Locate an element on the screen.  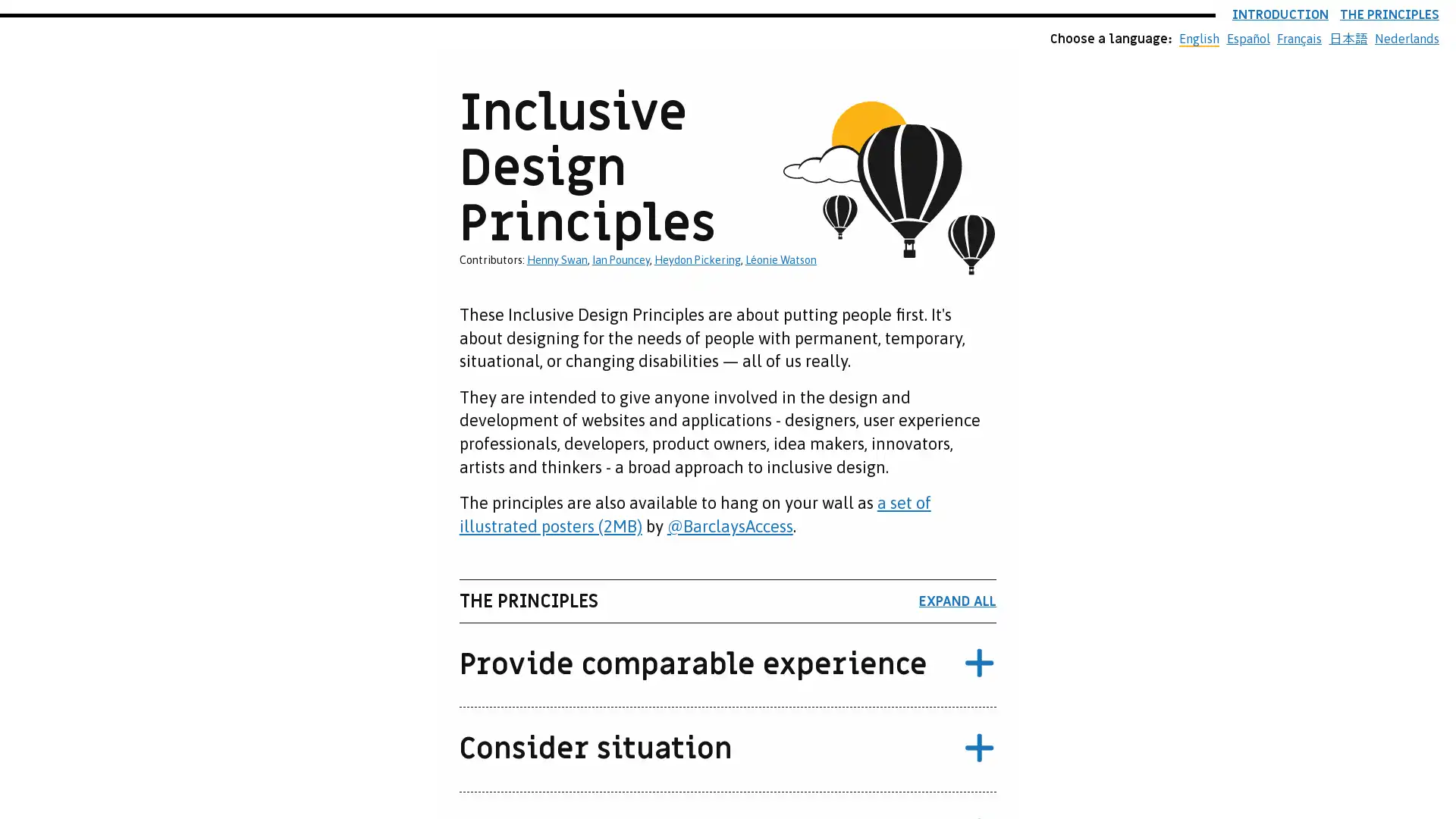
open section is located at coordinates (979, 748).